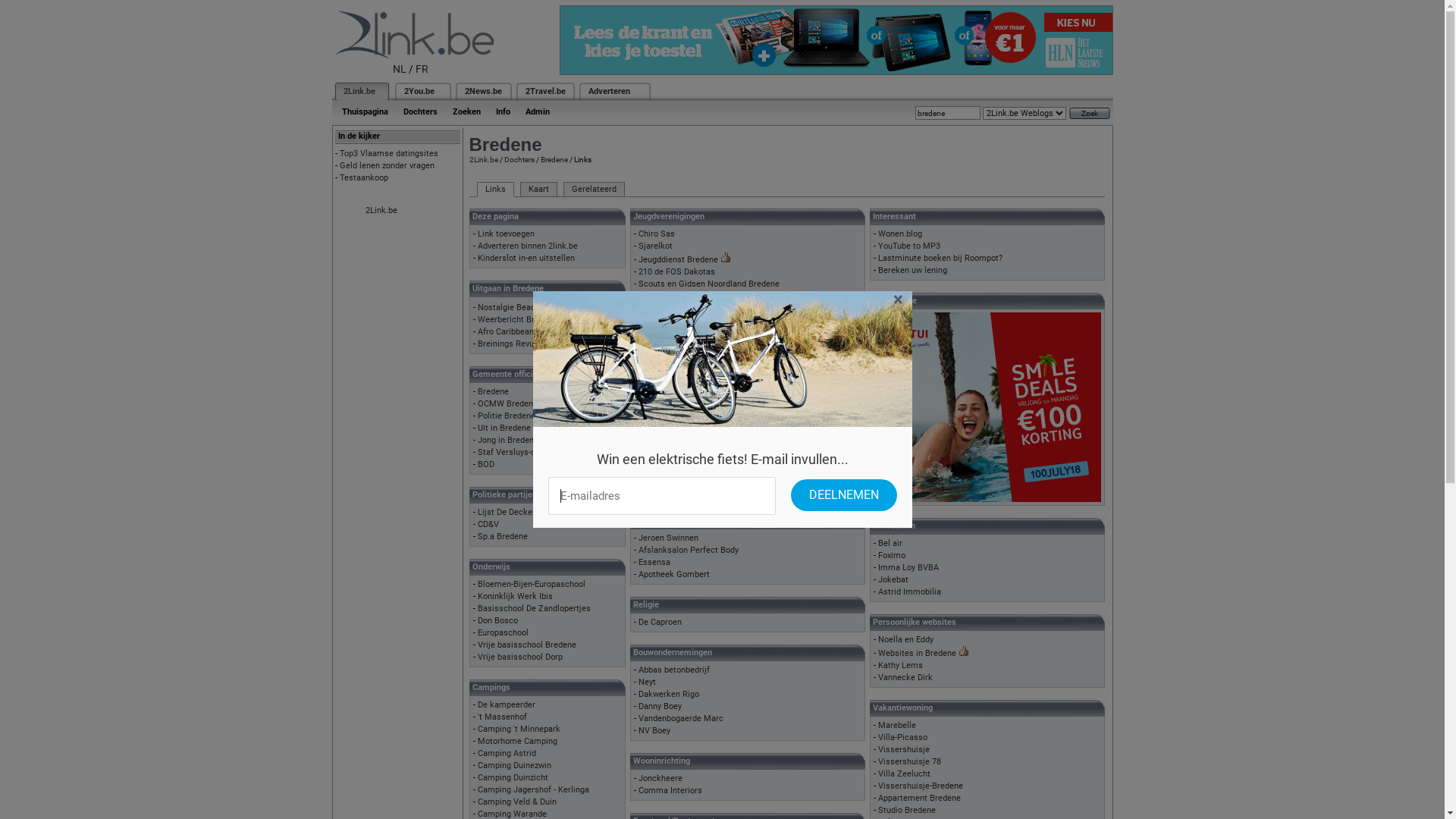 The height and width of the screenshot is (819, 1456). What do you see at coordinates (538, 189) in the screenshot?
I see `'Kaart'` at bounding box center [538, 189].